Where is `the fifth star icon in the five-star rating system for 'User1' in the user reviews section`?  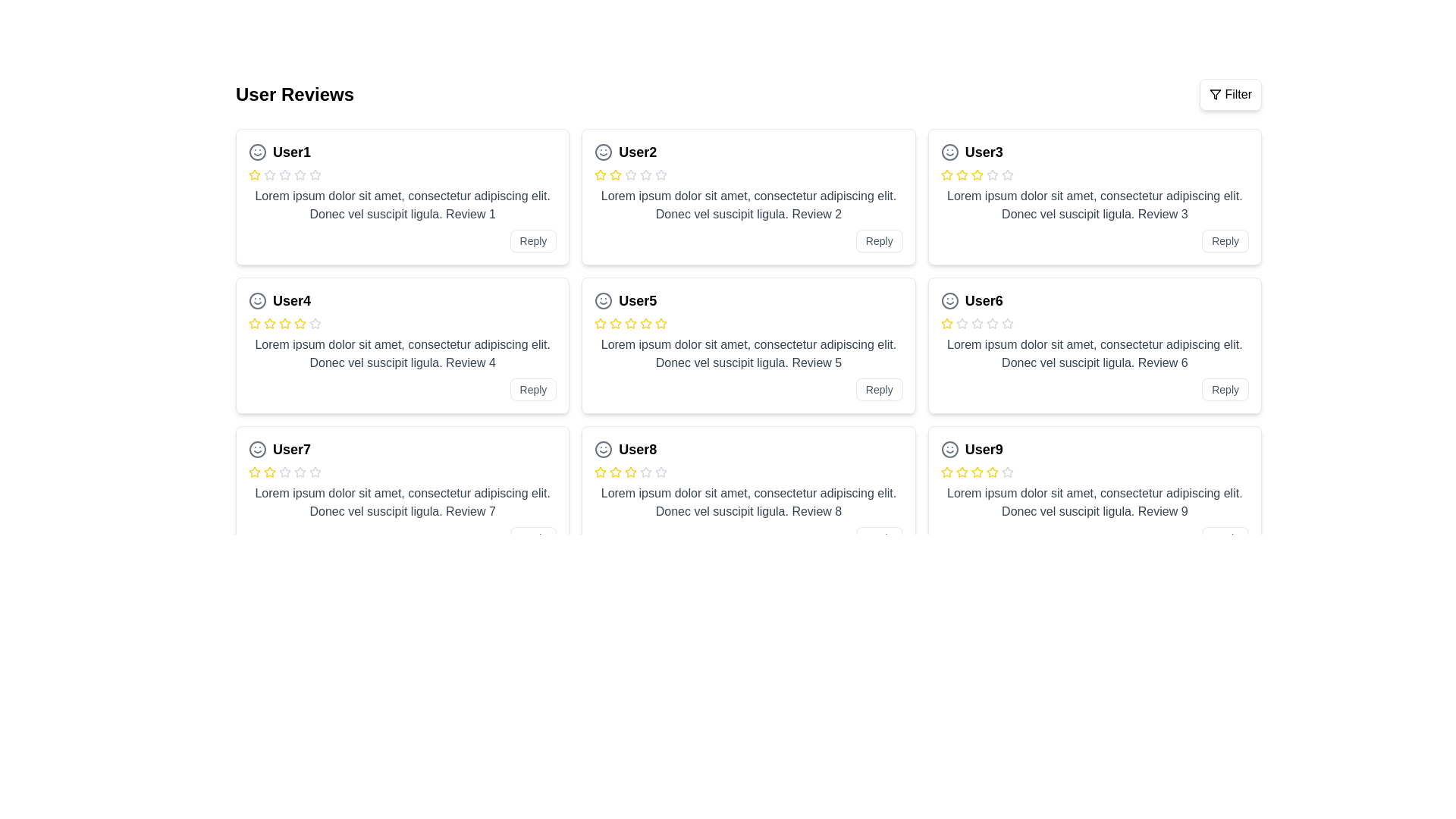
the fifth star icon in the five-star rating system for 'User1' in the user reviews section is located at coordinates (300, 174).